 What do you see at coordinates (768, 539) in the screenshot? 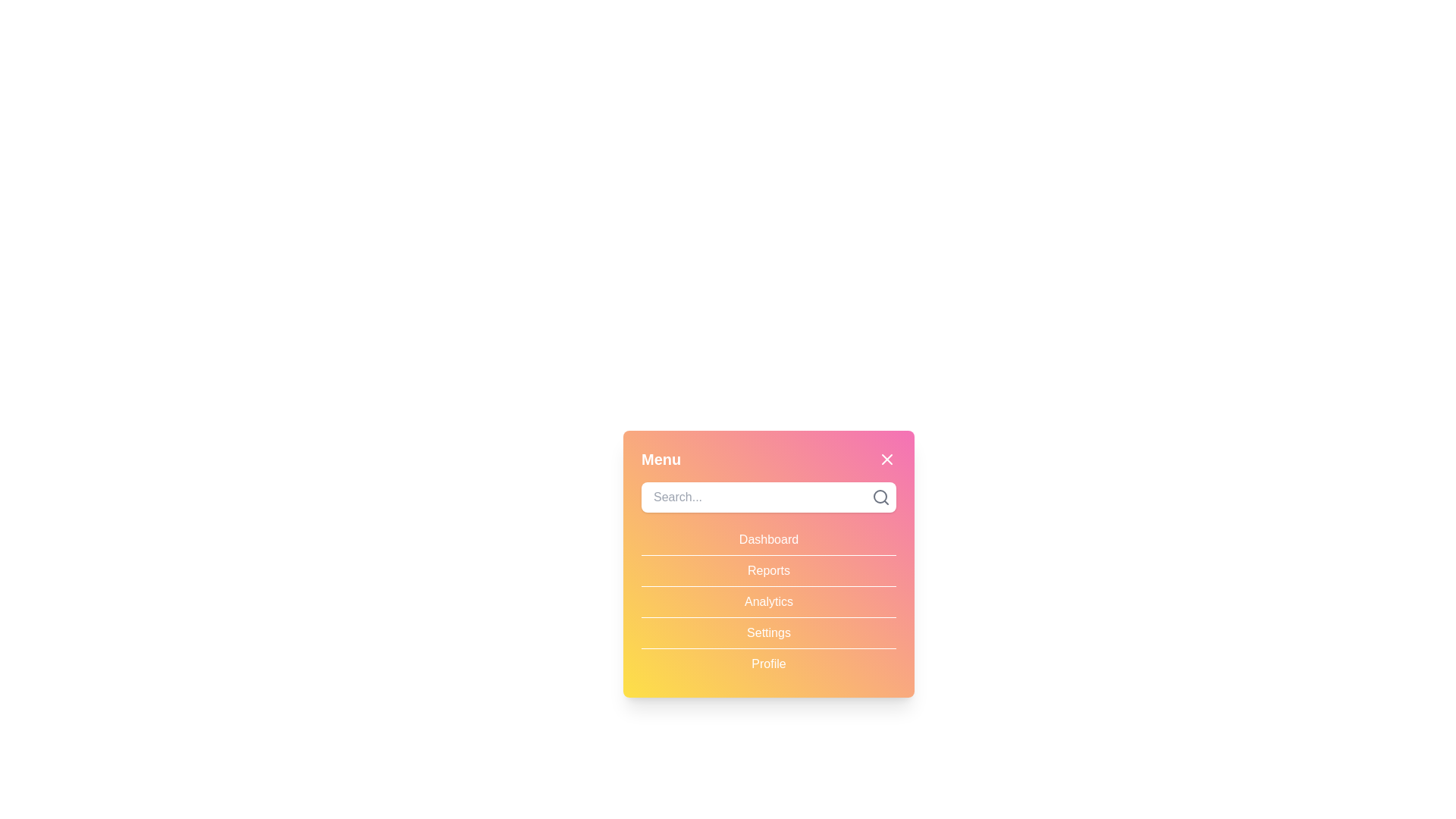
I see `the menu item Dashboard to observe hover effects` at bounding box center [768, 539].